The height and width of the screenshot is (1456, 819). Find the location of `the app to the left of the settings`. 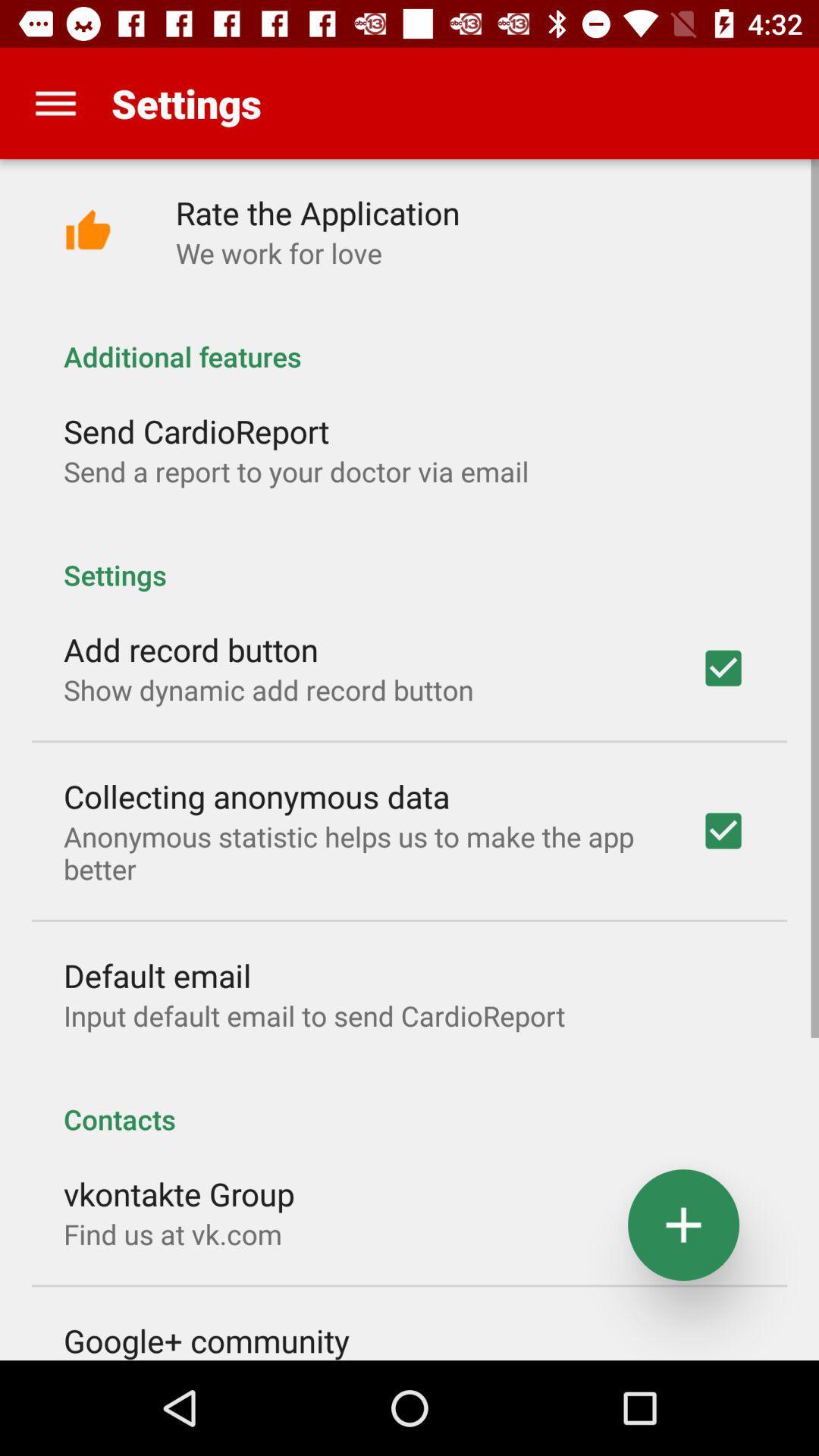

the app to the left of the settings is located at coordinates (55, 102).